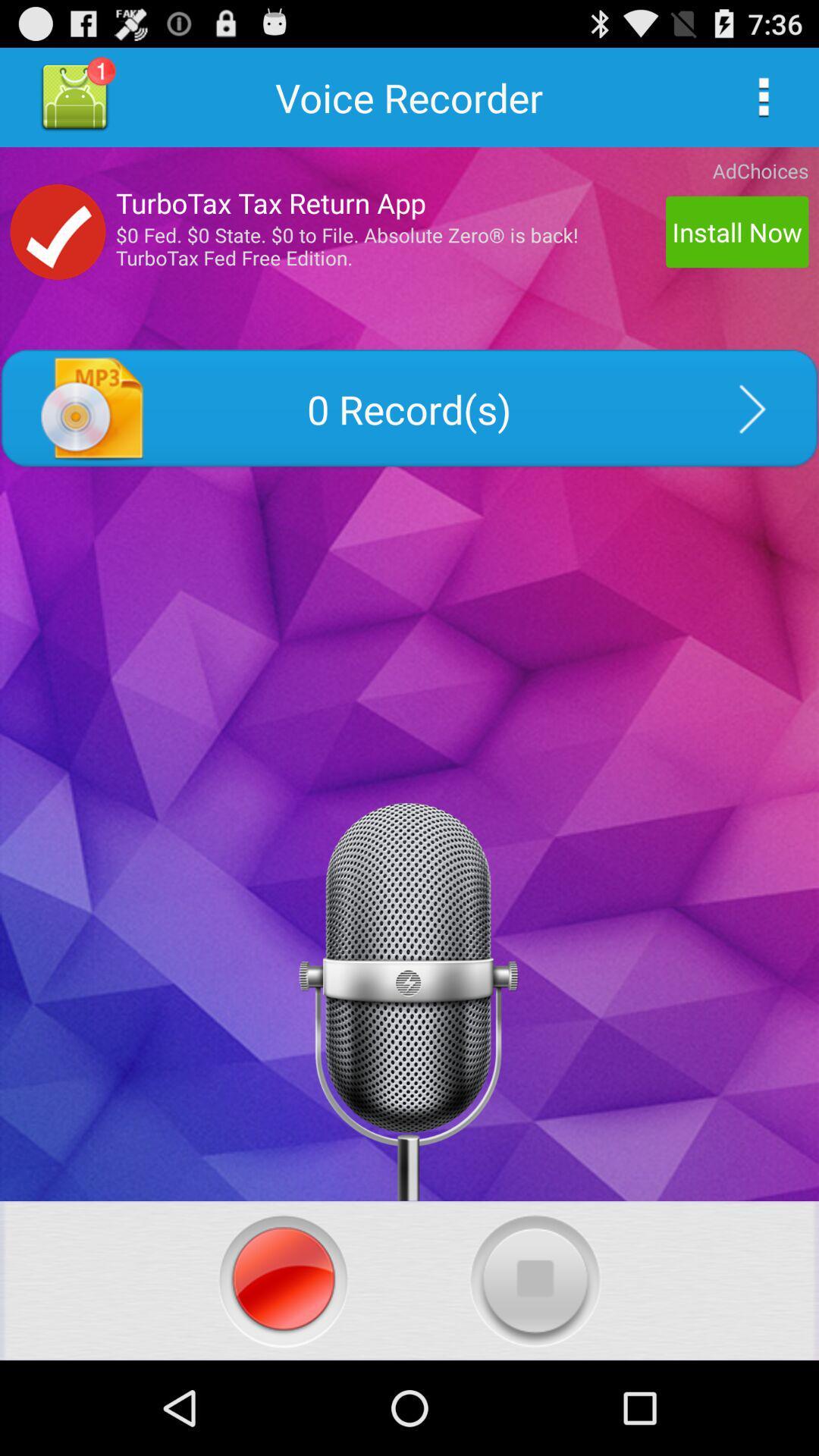  I want to click on super voice recorder, so click(283, 1280).